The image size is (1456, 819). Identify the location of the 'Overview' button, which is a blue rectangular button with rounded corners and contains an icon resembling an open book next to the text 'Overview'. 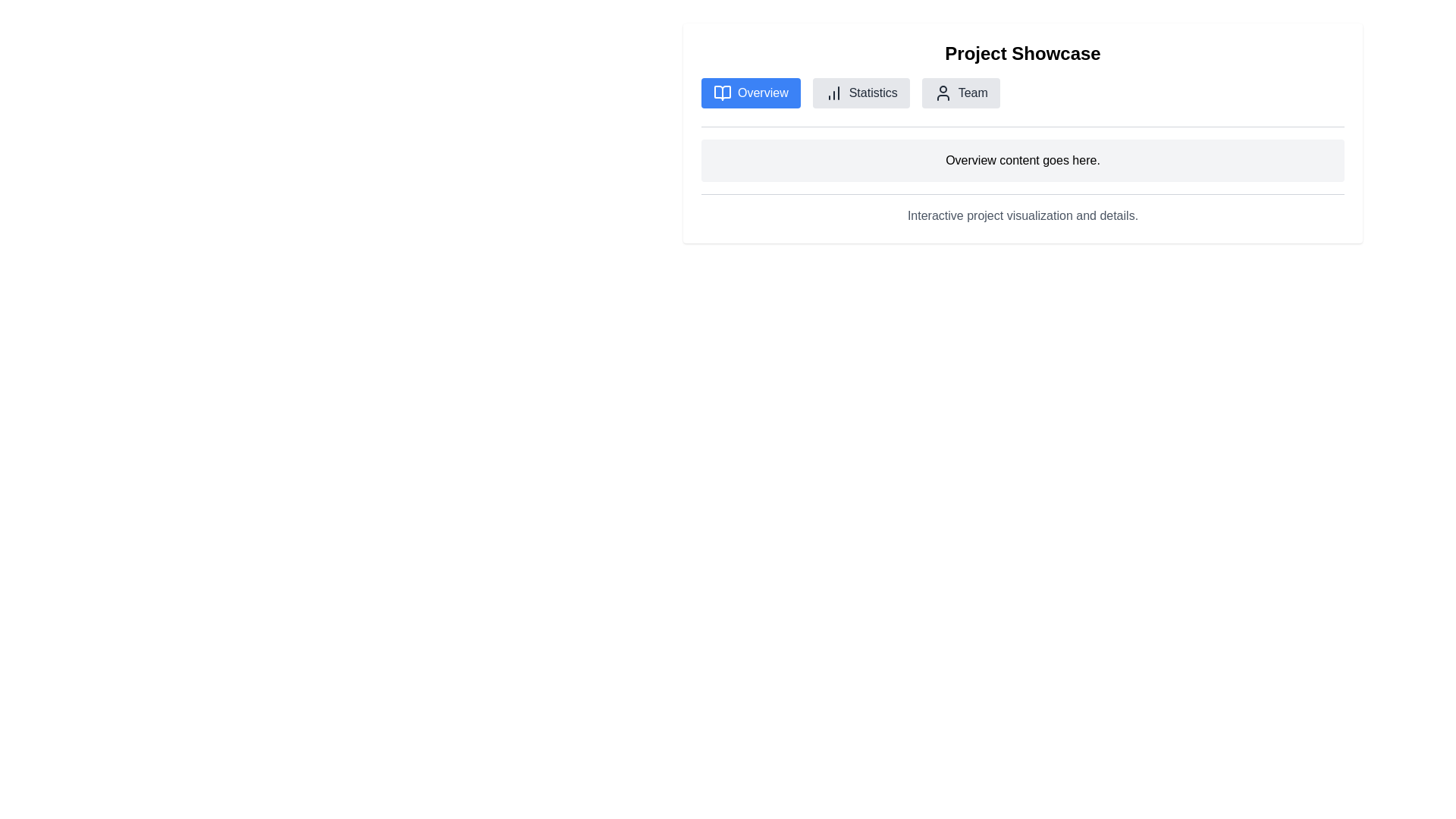
(751, 93).